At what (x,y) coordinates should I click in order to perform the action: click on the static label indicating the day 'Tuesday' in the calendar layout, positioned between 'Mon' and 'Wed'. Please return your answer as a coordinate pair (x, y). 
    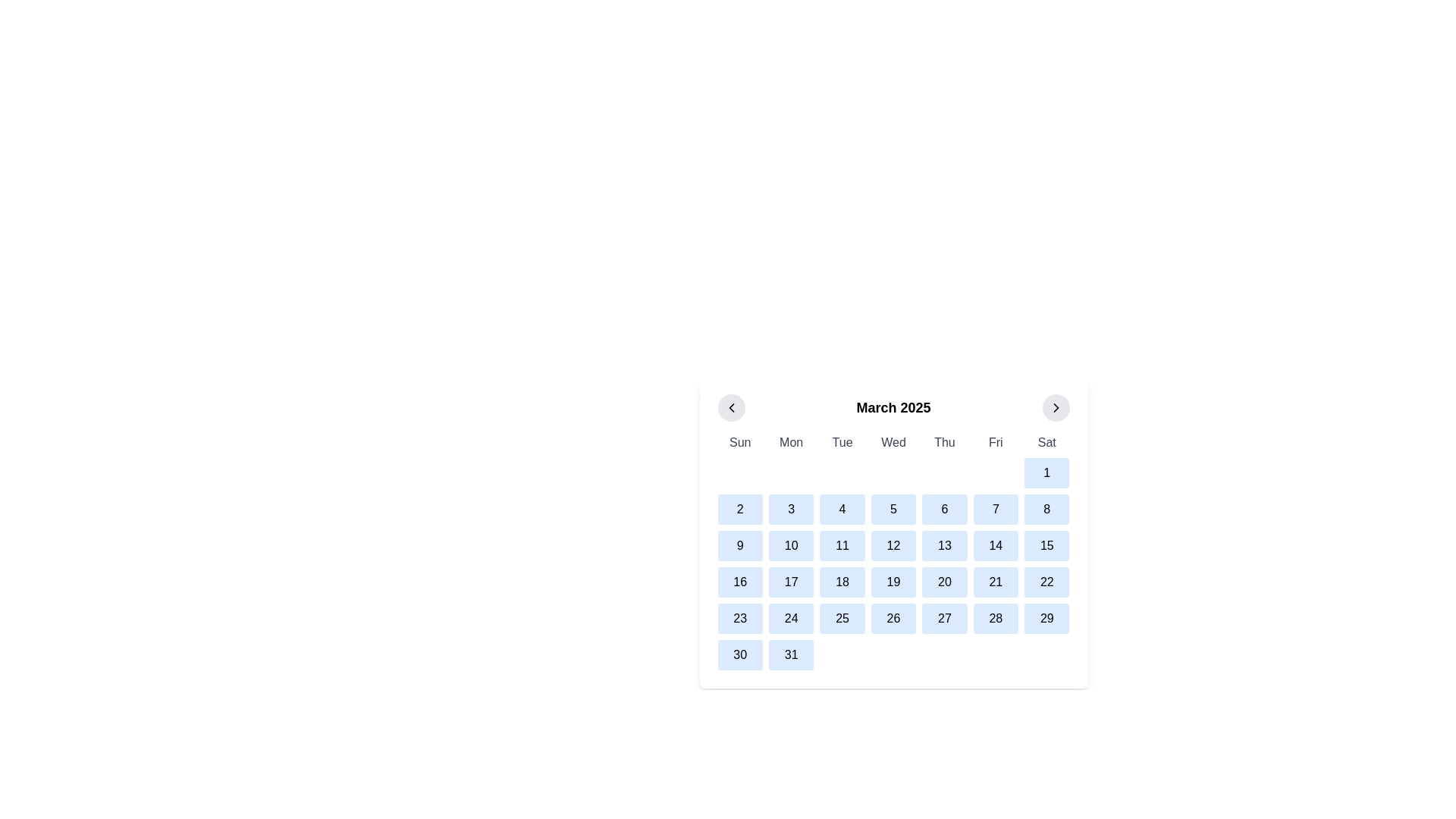
    Looking at the image, I should click on (842, 442).